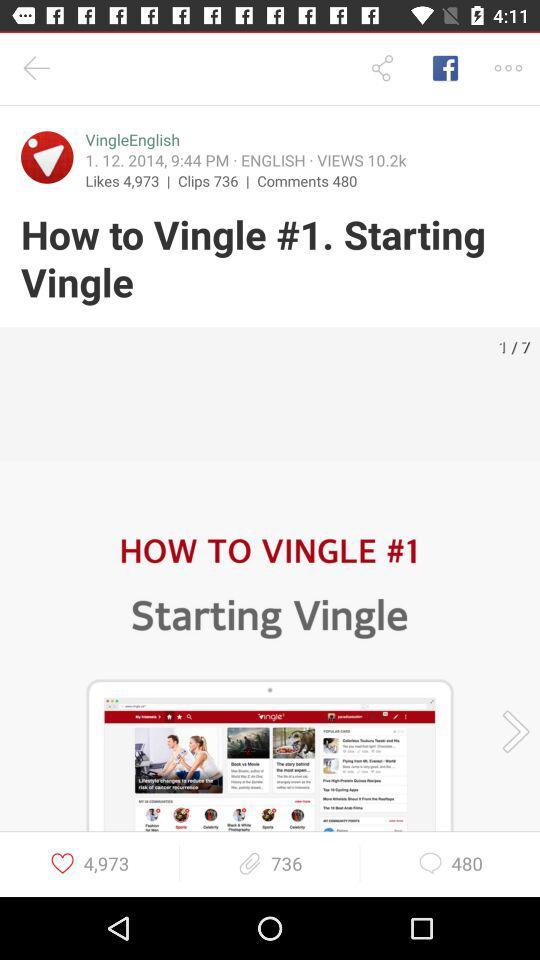 The width and height of the screenshot is (540, 960). I want to click on visit website, so click(47, 156).